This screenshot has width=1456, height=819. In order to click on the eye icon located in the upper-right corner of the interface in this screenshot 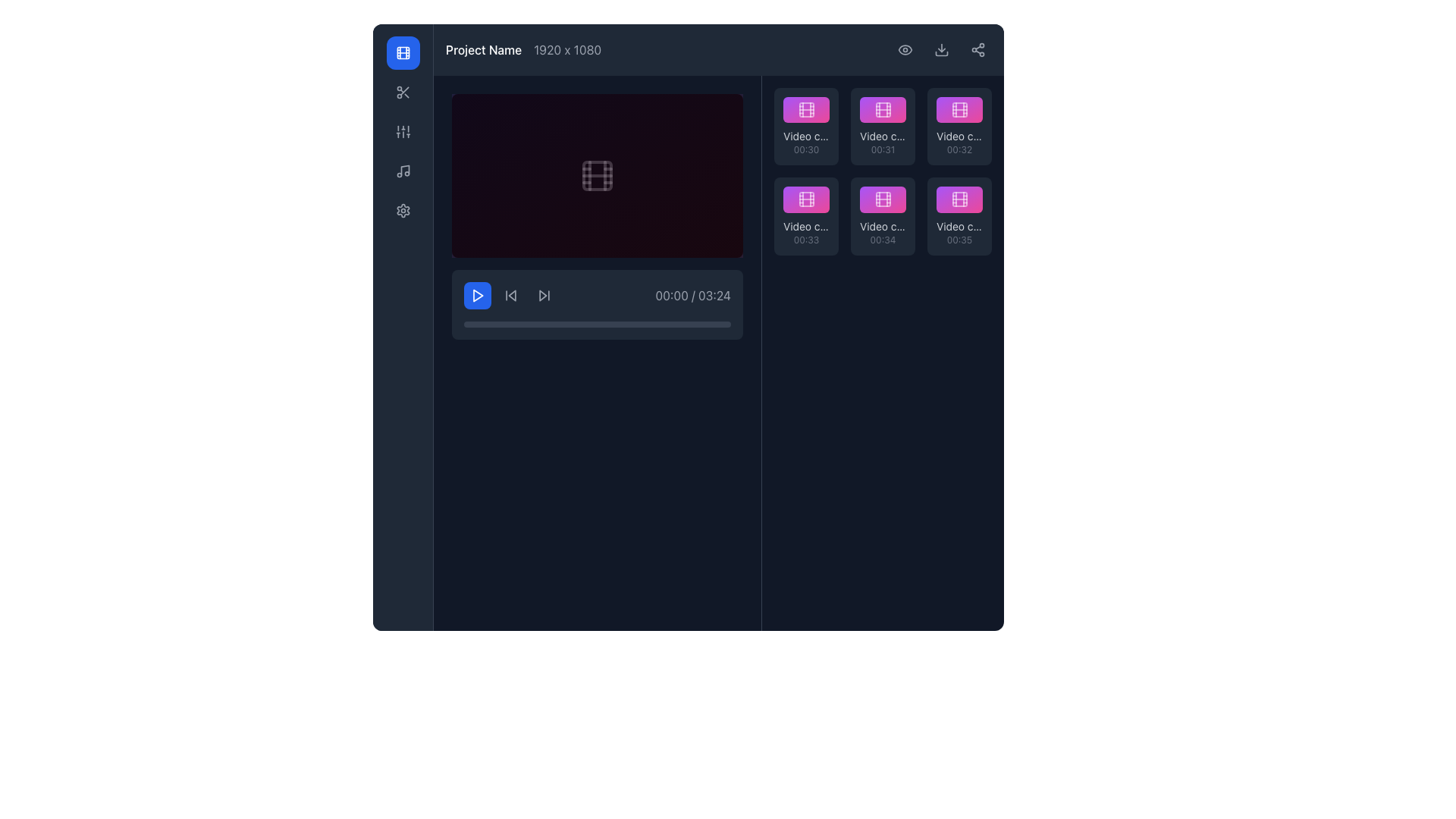, I will do `click(905, 49)`.